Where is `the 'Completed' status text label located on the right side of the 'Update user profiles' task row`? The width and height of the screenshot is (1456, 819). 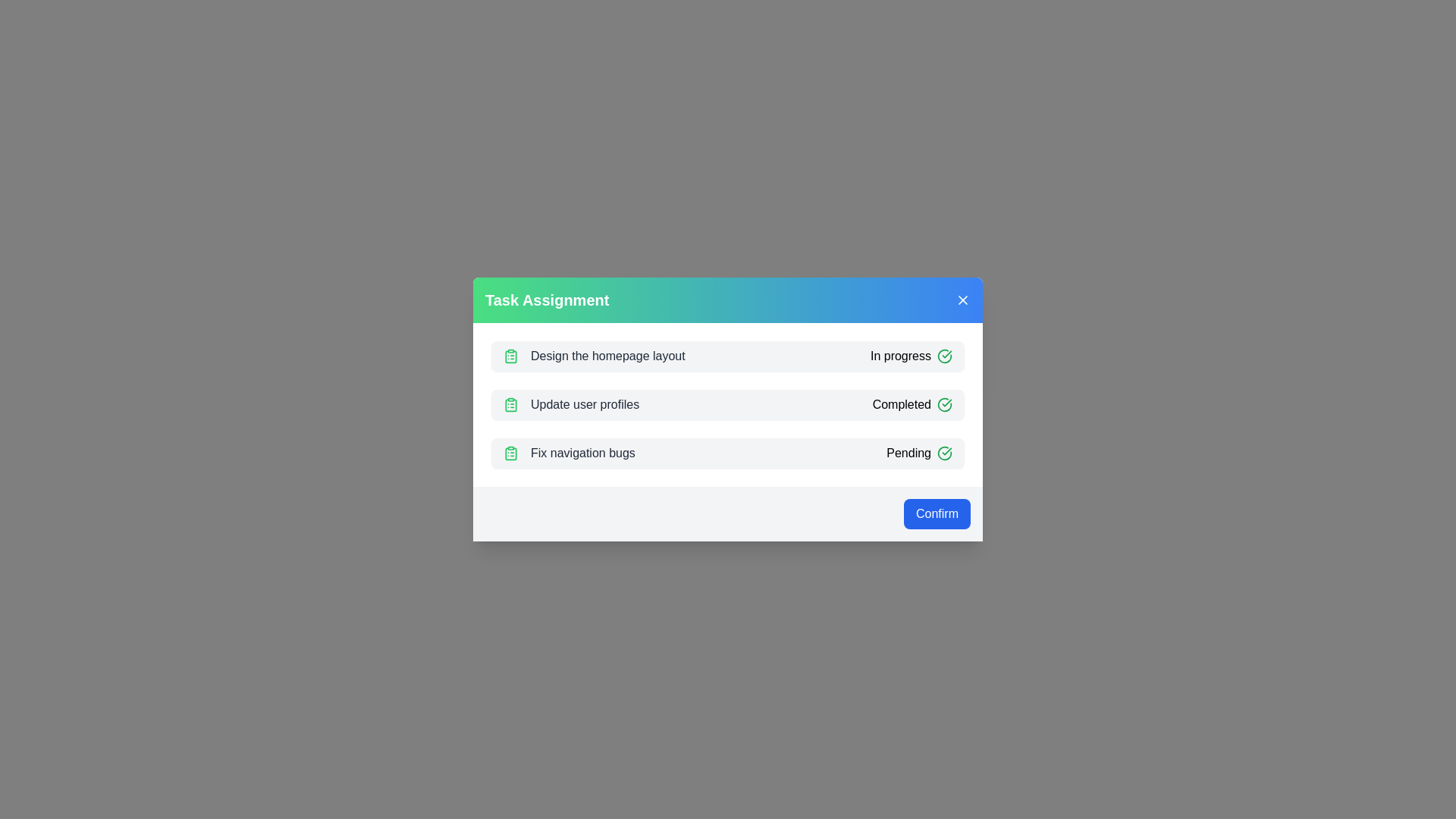
the 'Completed' status text label located on the right side of the 'Update user profiles' task row is located at coordinates (912, 403).